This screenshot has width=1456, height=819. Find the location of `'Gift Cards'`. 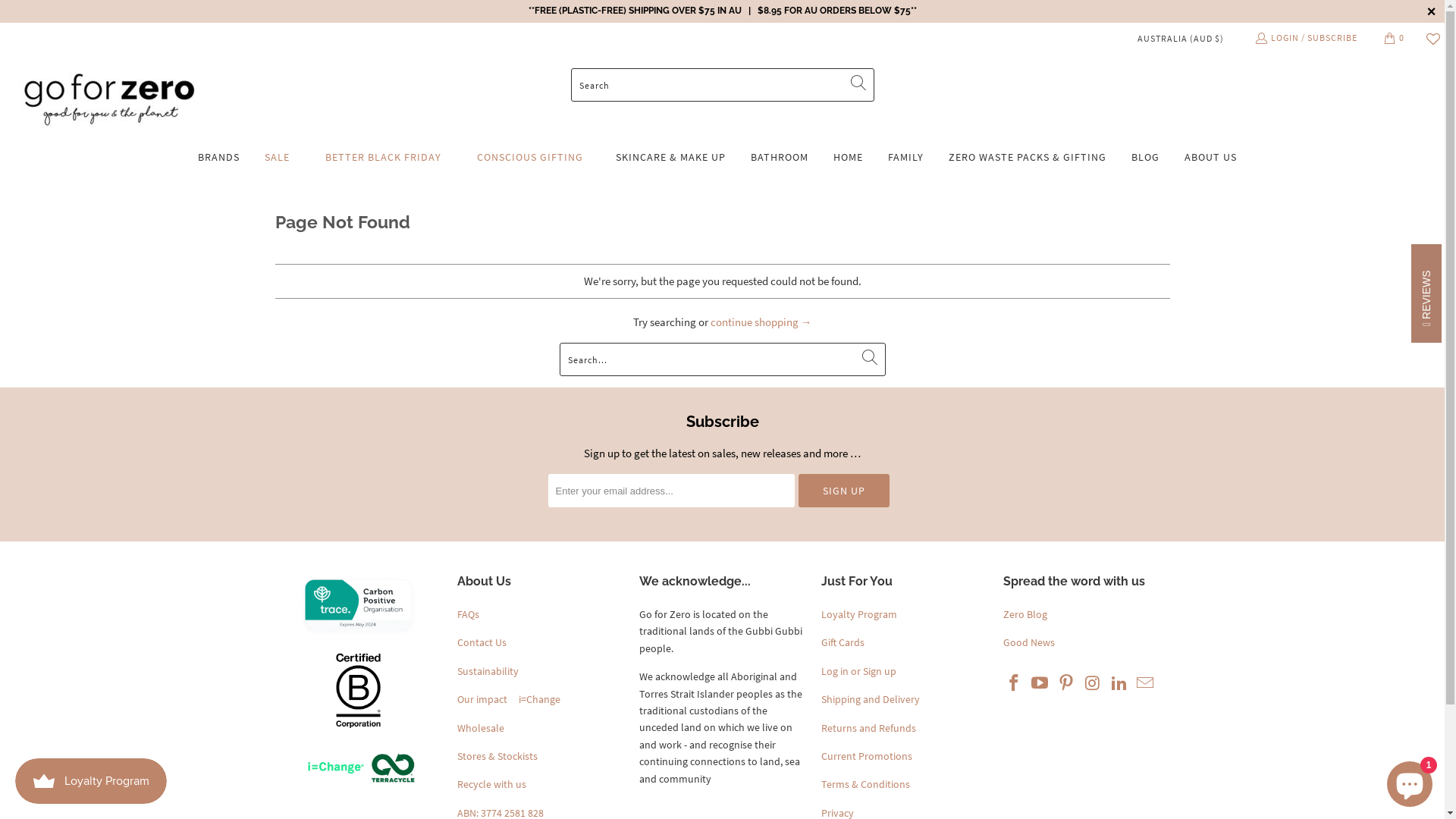

'Gift Cards' is located at coordinates (841, 642).